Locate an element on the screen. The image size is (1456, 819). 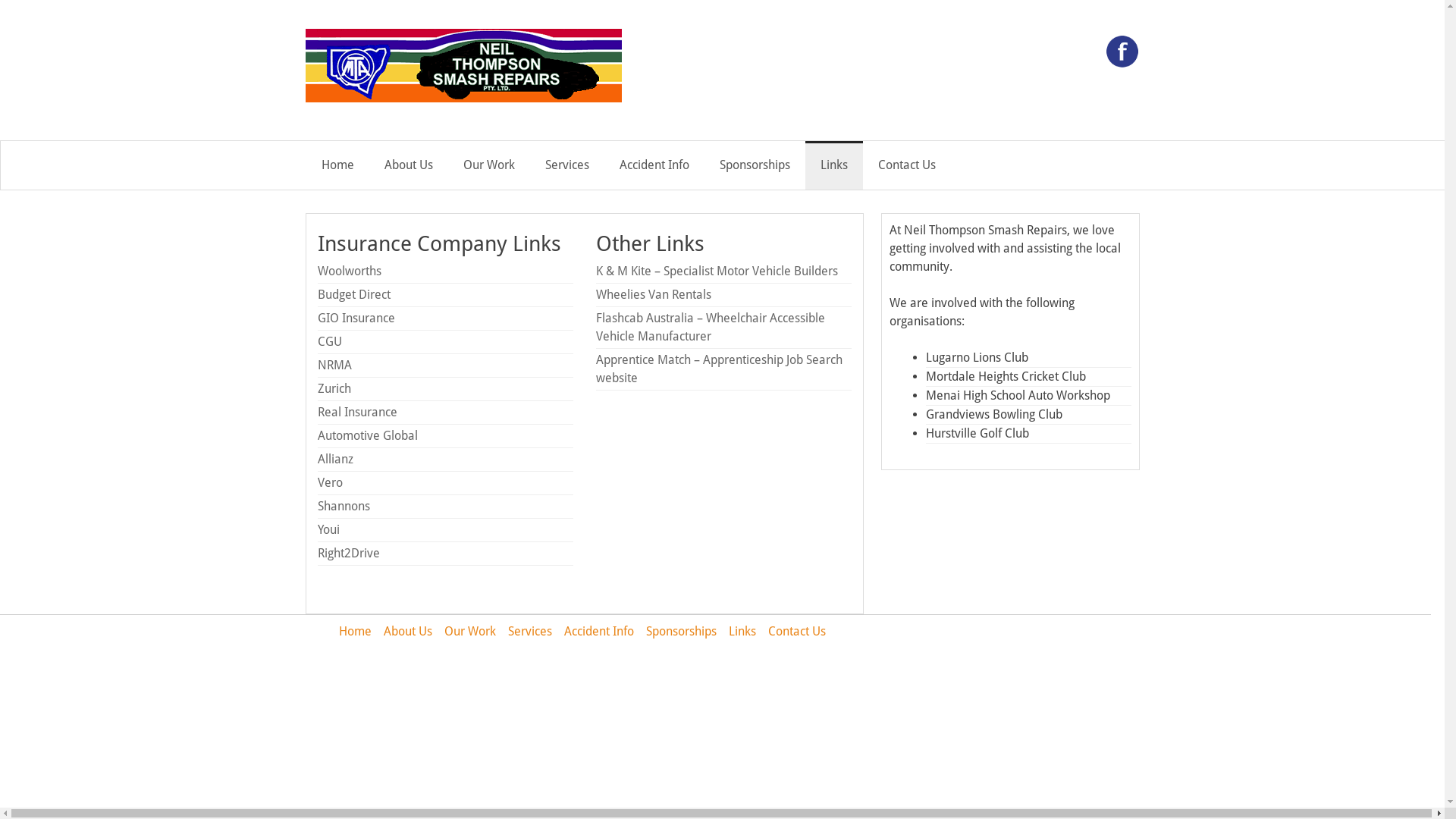
'Sponsorships' is located at coordinates (680, 631).